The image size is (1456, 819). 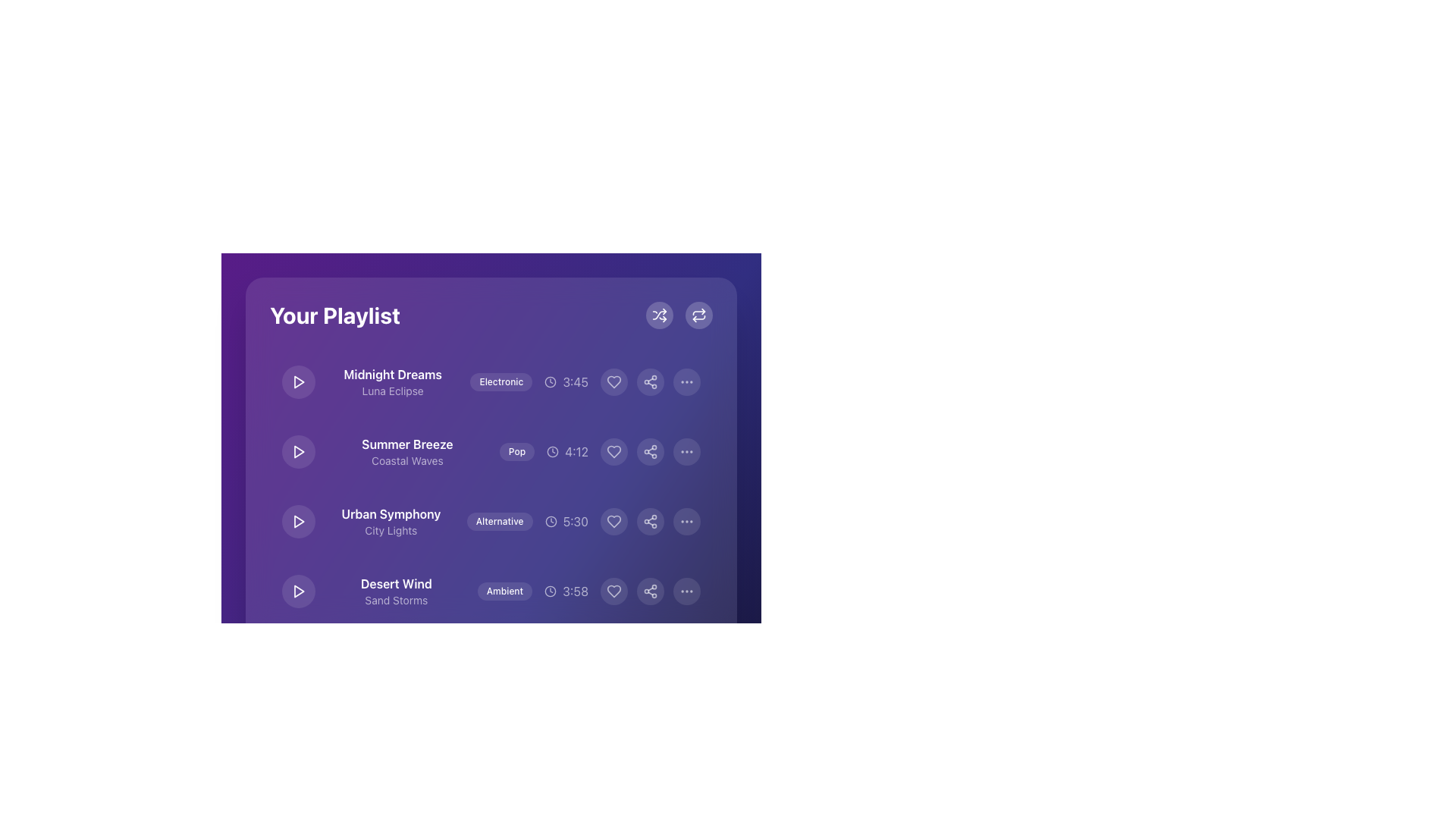 I want to click on the second genre tag badge indicating the music item next to 'Summer Breeze', positioned slightly below 'Midnight Dreams', so click(x=491, y=429).